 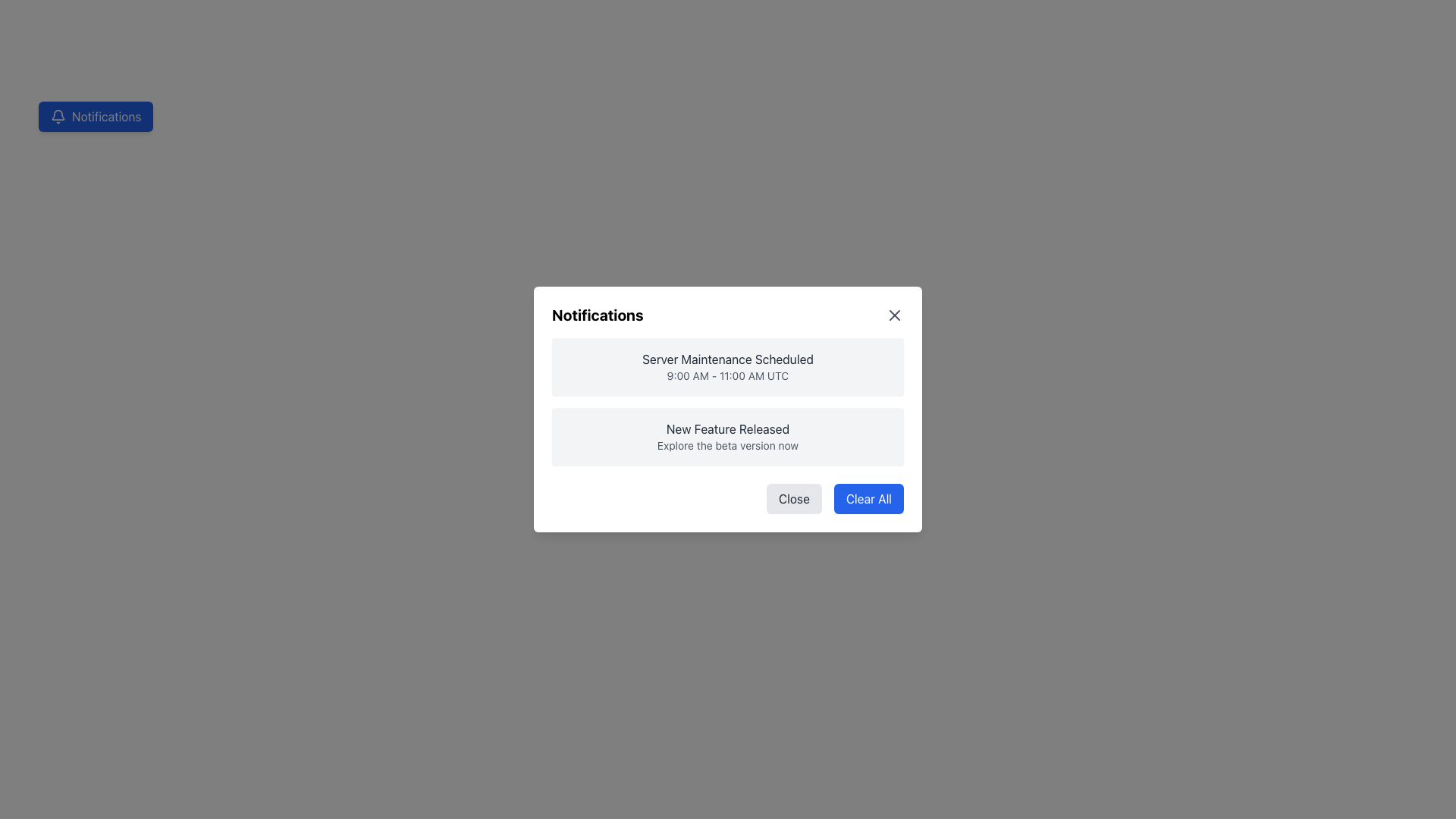 I want to click on the notifications button located at the top-left corner of the interface, so click(x=95, y=116).